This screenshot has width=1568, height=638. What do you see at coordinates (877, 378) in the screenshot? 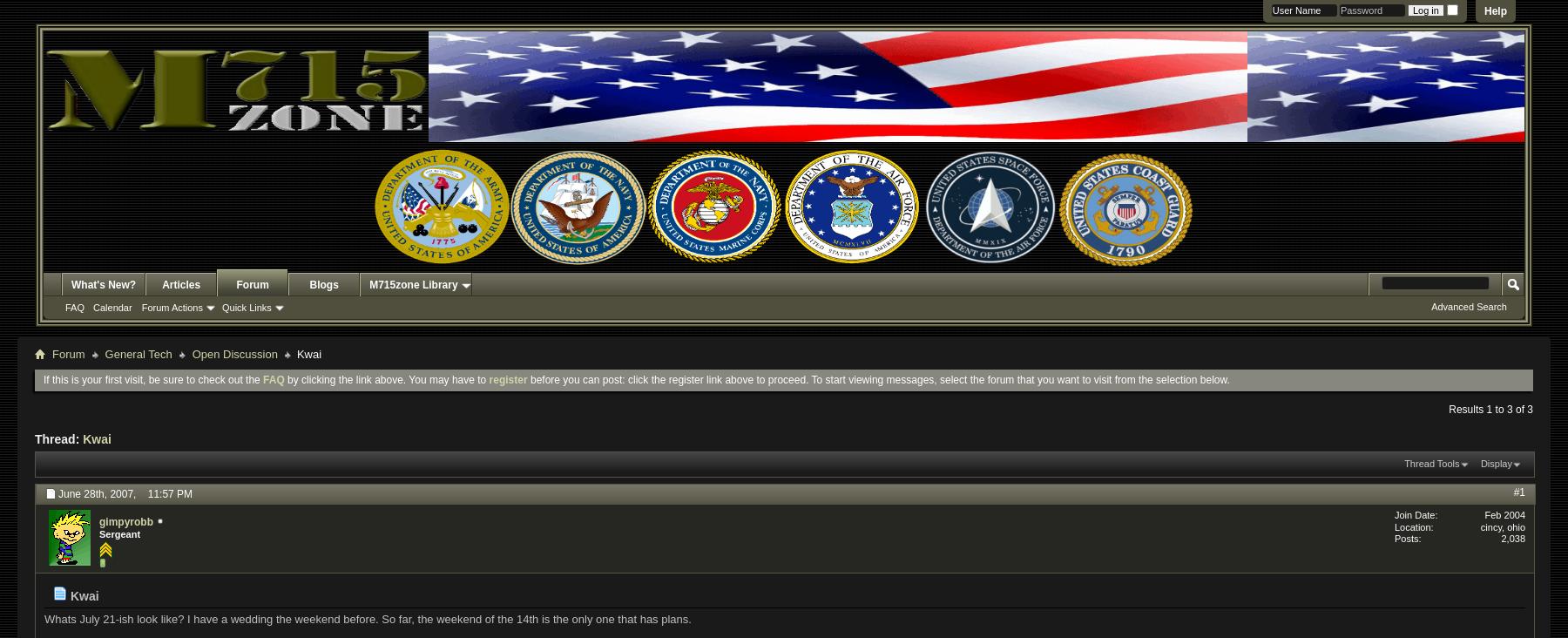
I see `'before you can post: click the register link above to proceed. To start viewing messages,
		select the forum that you want to visit from the selection below.'` at bounding box center [877, 378].